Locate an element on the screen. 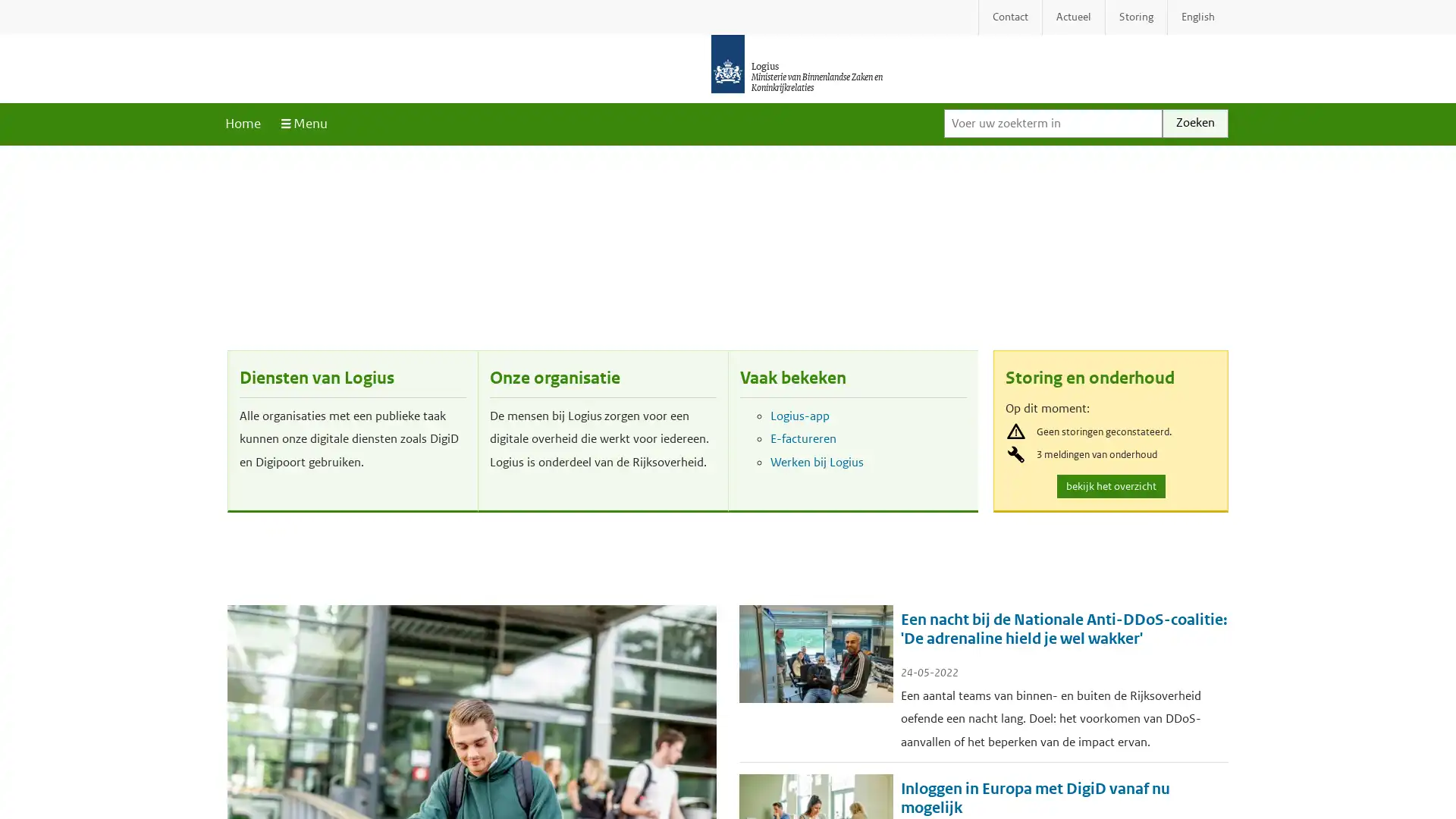 This screenshot has width=1456, height=819. Zoeken is located at coordinates (1194, 122).